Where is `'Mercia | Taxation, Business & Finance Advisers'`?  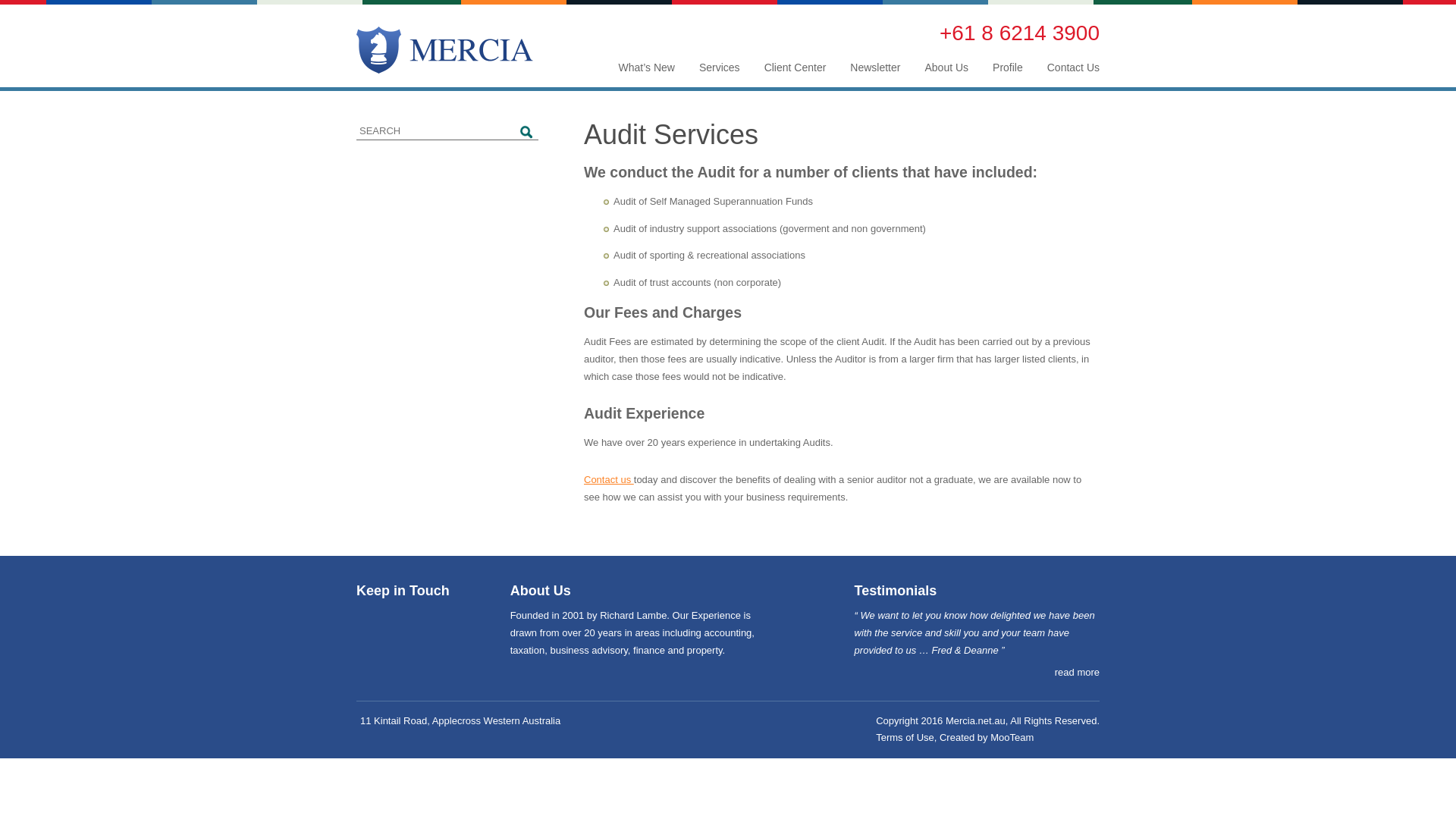
'Mercia | Taxation, Business & Finance Advisers' is located at coordinates (444, 49).